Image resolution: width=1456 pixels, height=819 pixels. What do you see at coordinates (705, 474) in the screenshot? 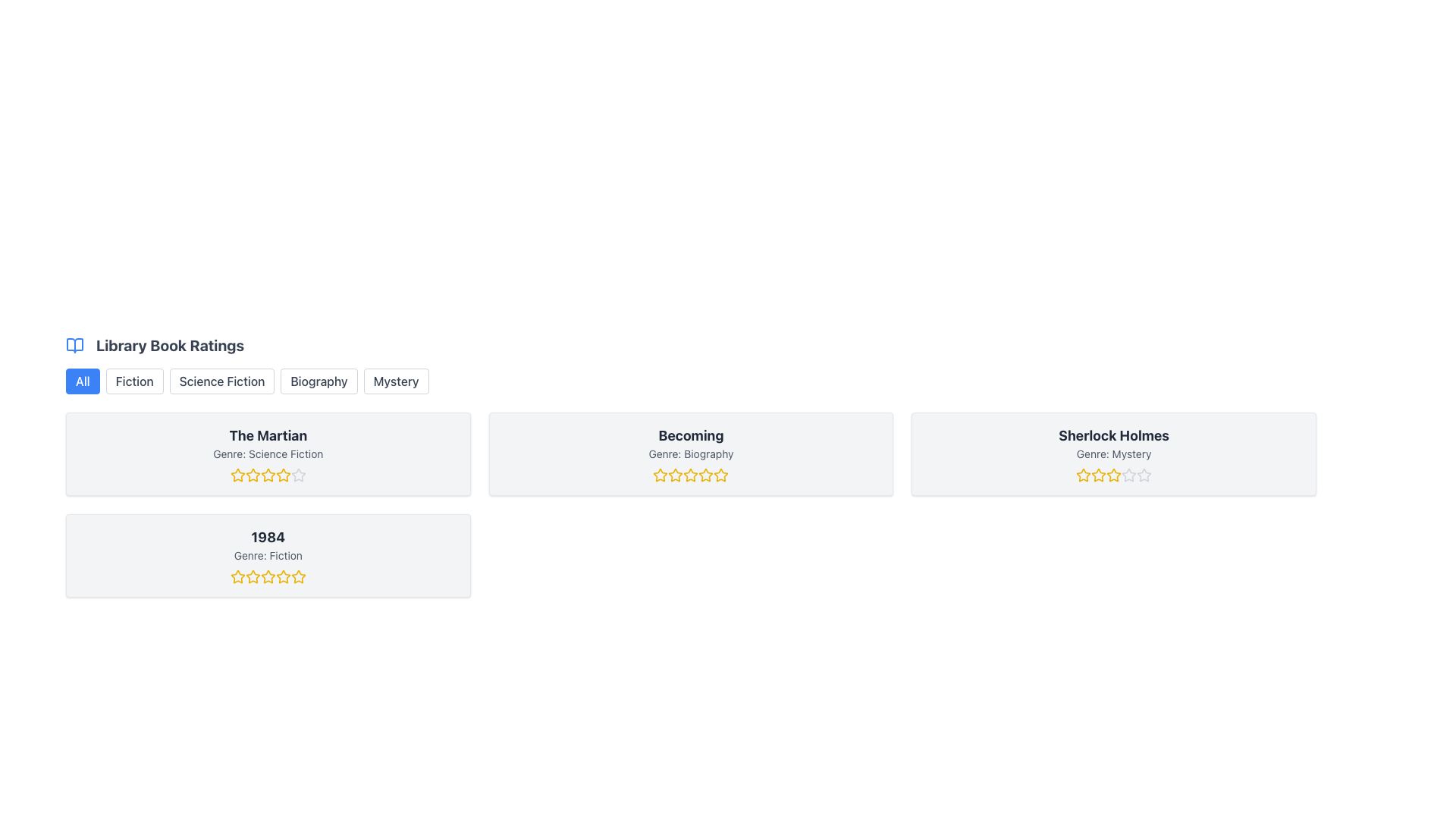
I see `the fourth star icon in the five-star rating scale under the card labeled 'Becoming'` at bounding box center [705, 474].